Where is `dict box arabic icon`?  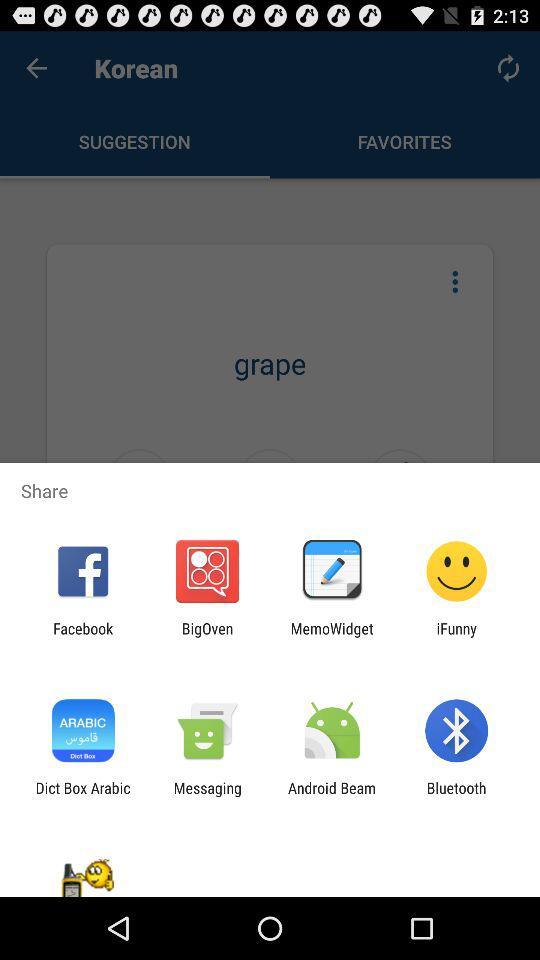 dict box arabic icon is located at coordinates (82, 796).